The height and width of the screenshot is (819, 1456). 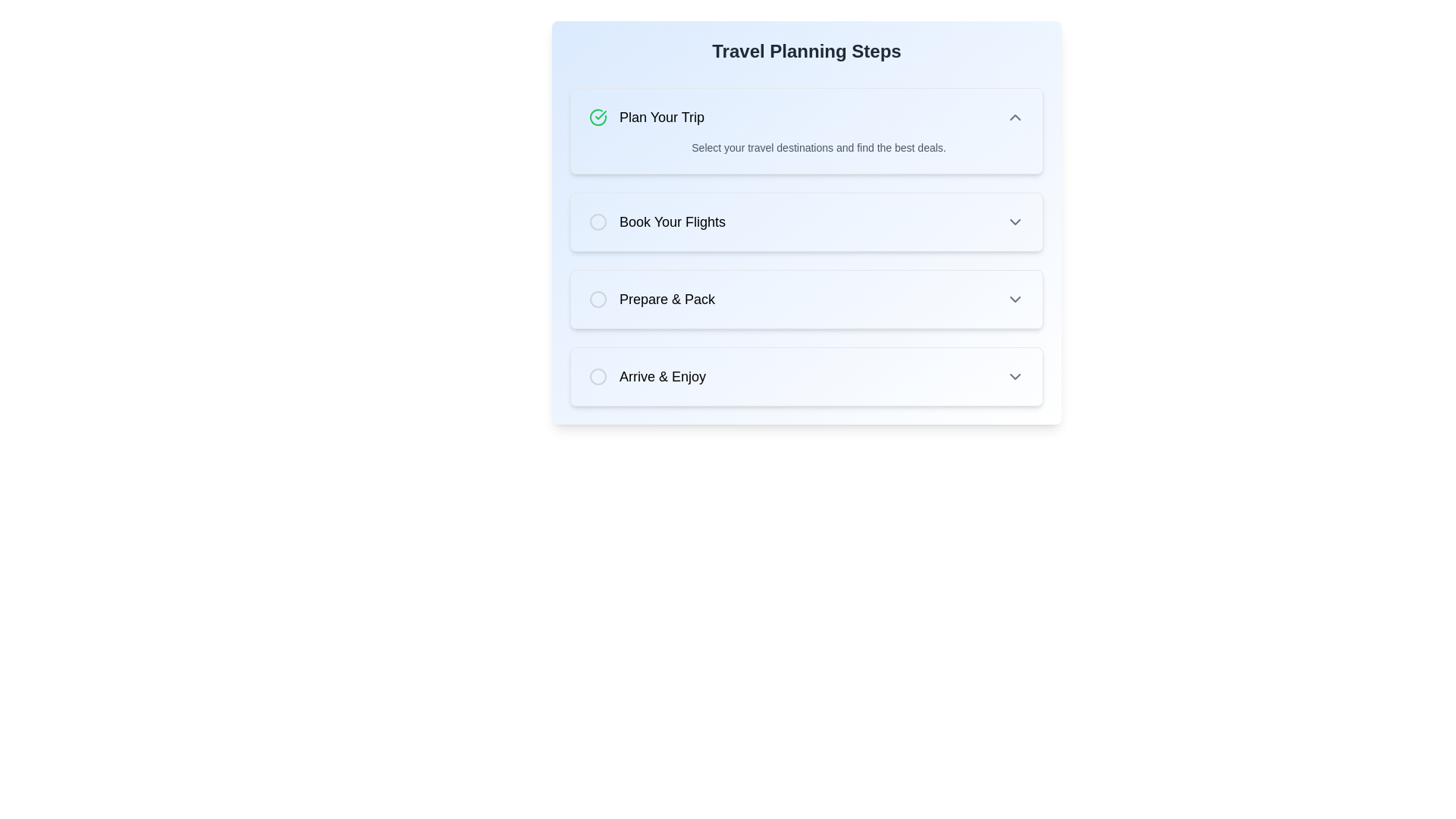 What do you see at coordinates (806, 299) in the screenshot?
I see `the third item in the 'Travel Planning Steps' list` at bounding box center [806, 299].